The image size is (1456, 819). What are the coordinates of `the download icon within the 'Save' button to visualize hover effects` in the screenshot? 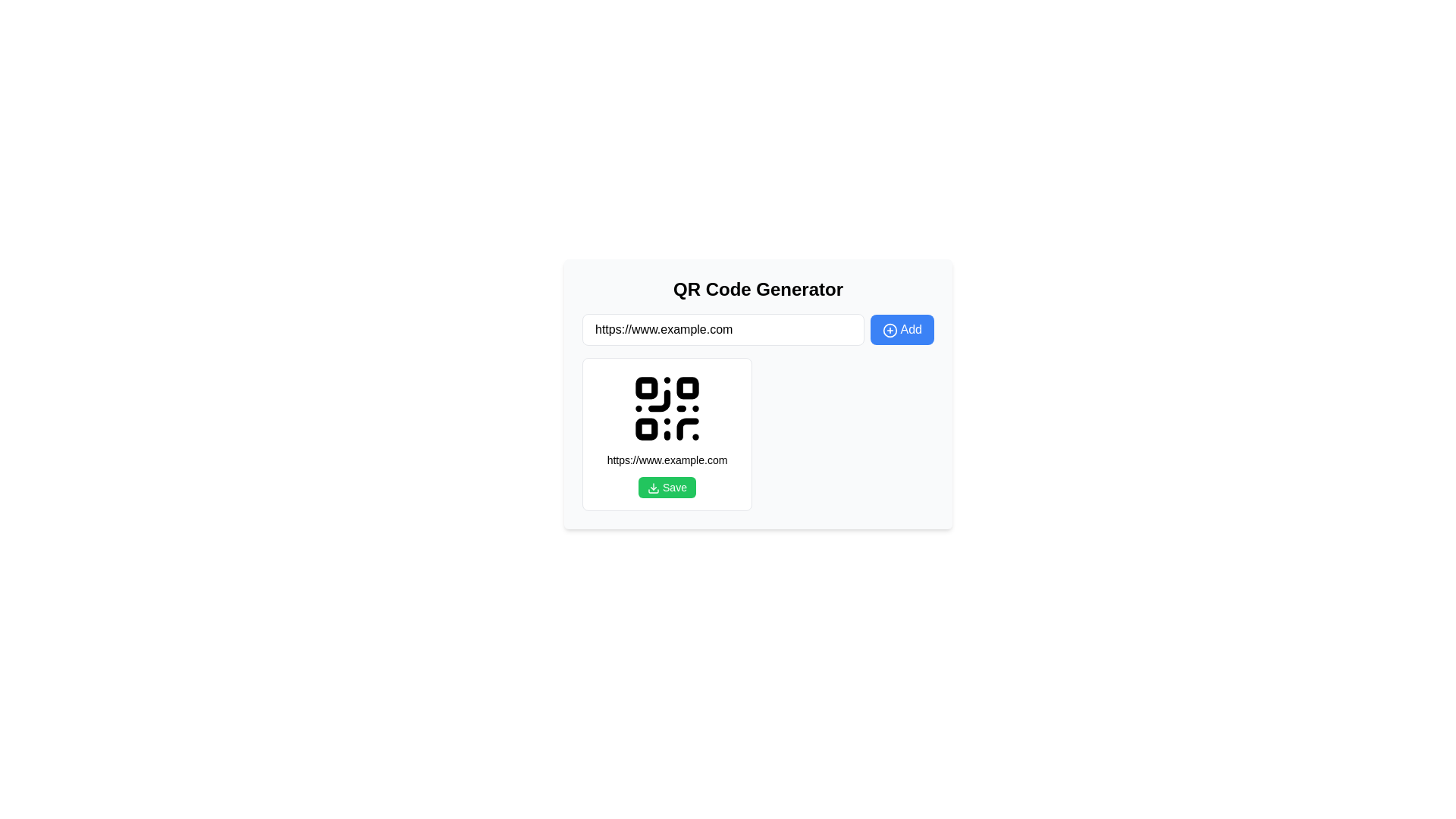 It's located at (654, 488).